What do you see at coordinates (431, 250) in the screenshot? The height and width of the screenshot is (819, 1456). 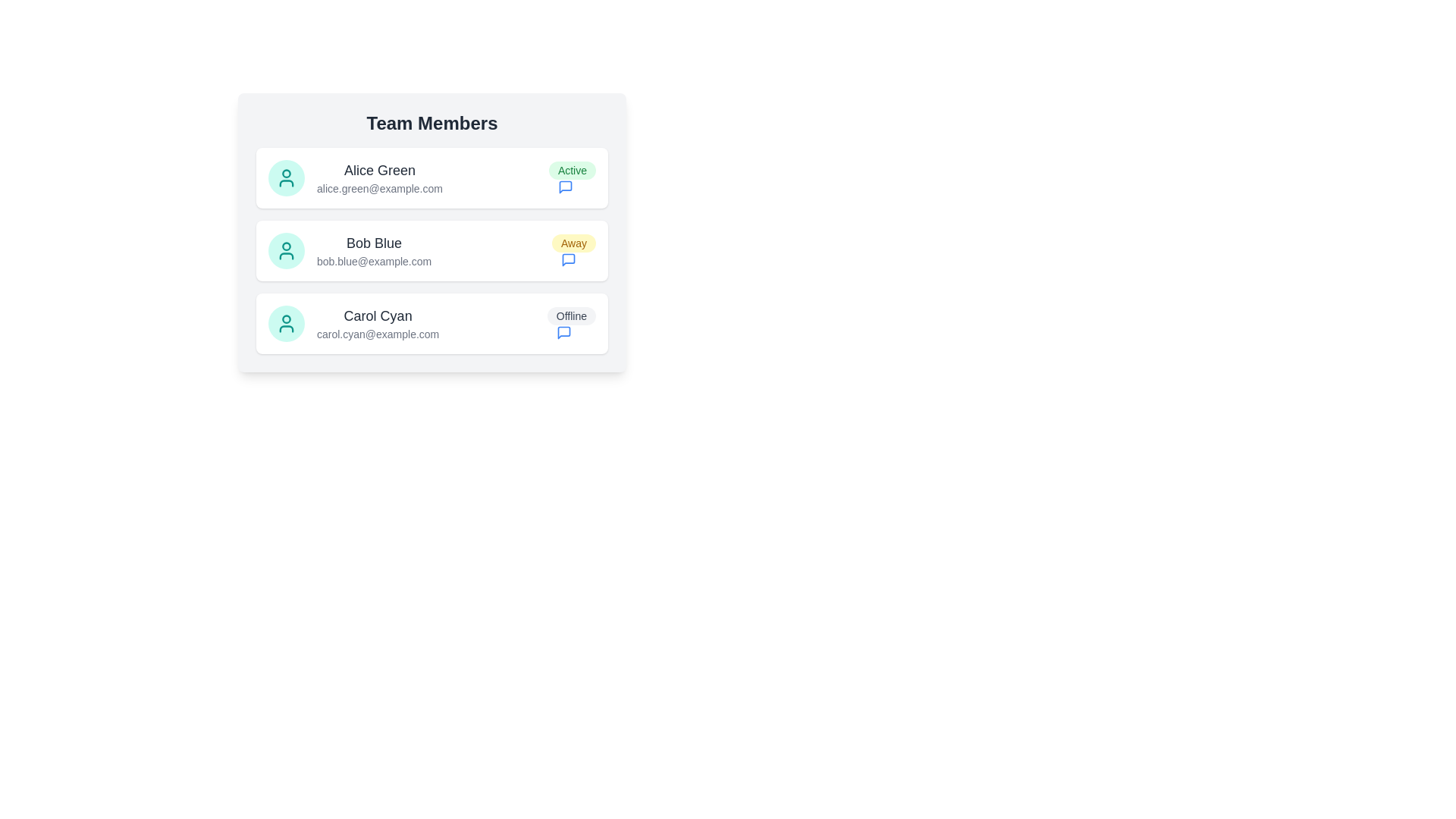 I see `the user profile list item for 'Bob Blue', which is the second item` at bounding box center [431, 250].